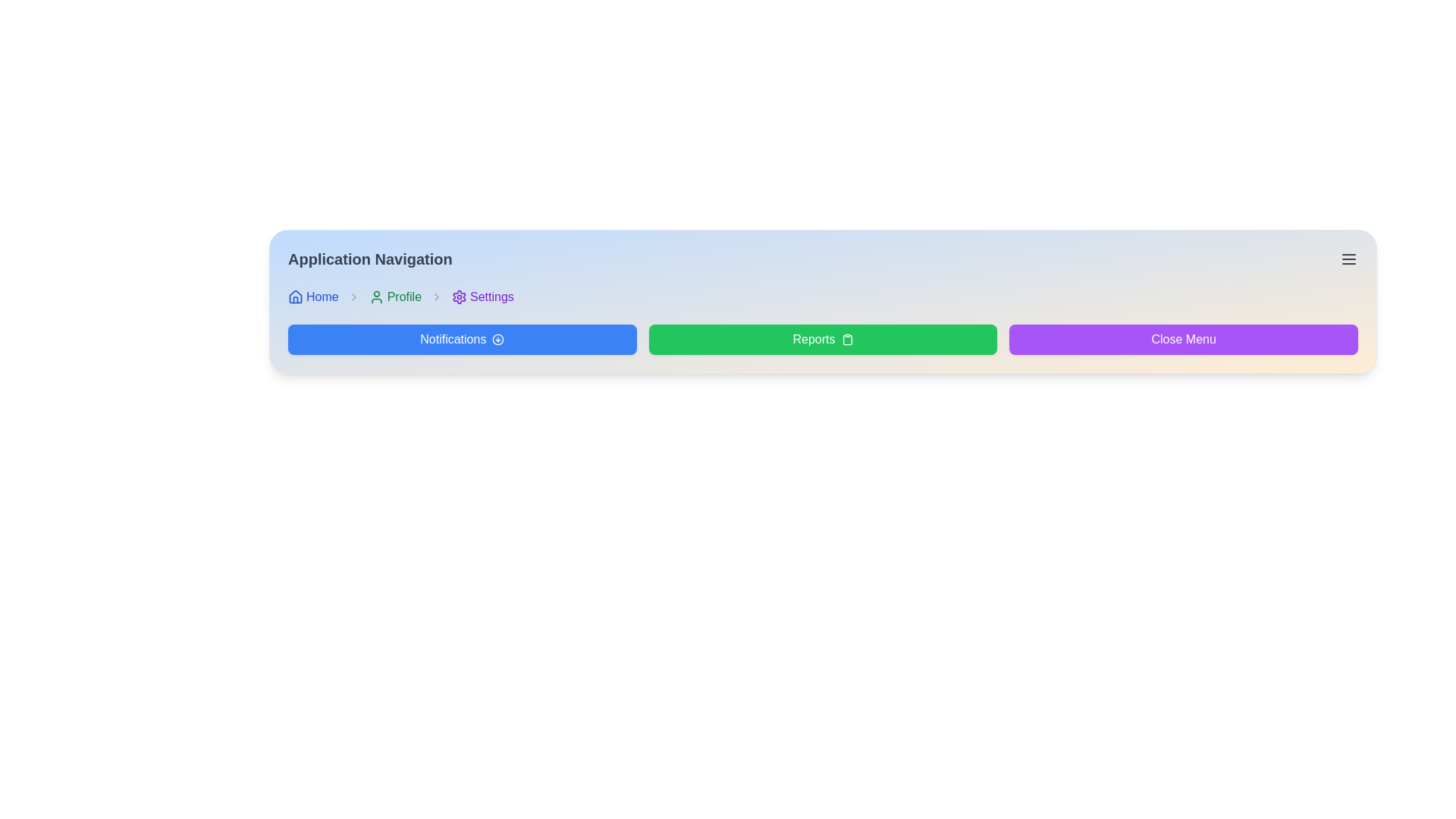  What do you see at coordinates (822, 338) in the screenshot?
I see `the 'Reports' button, which has a green background and white text, located in the lower portion of the 'Application Navigation' panel` at bounding box center [822, 338].